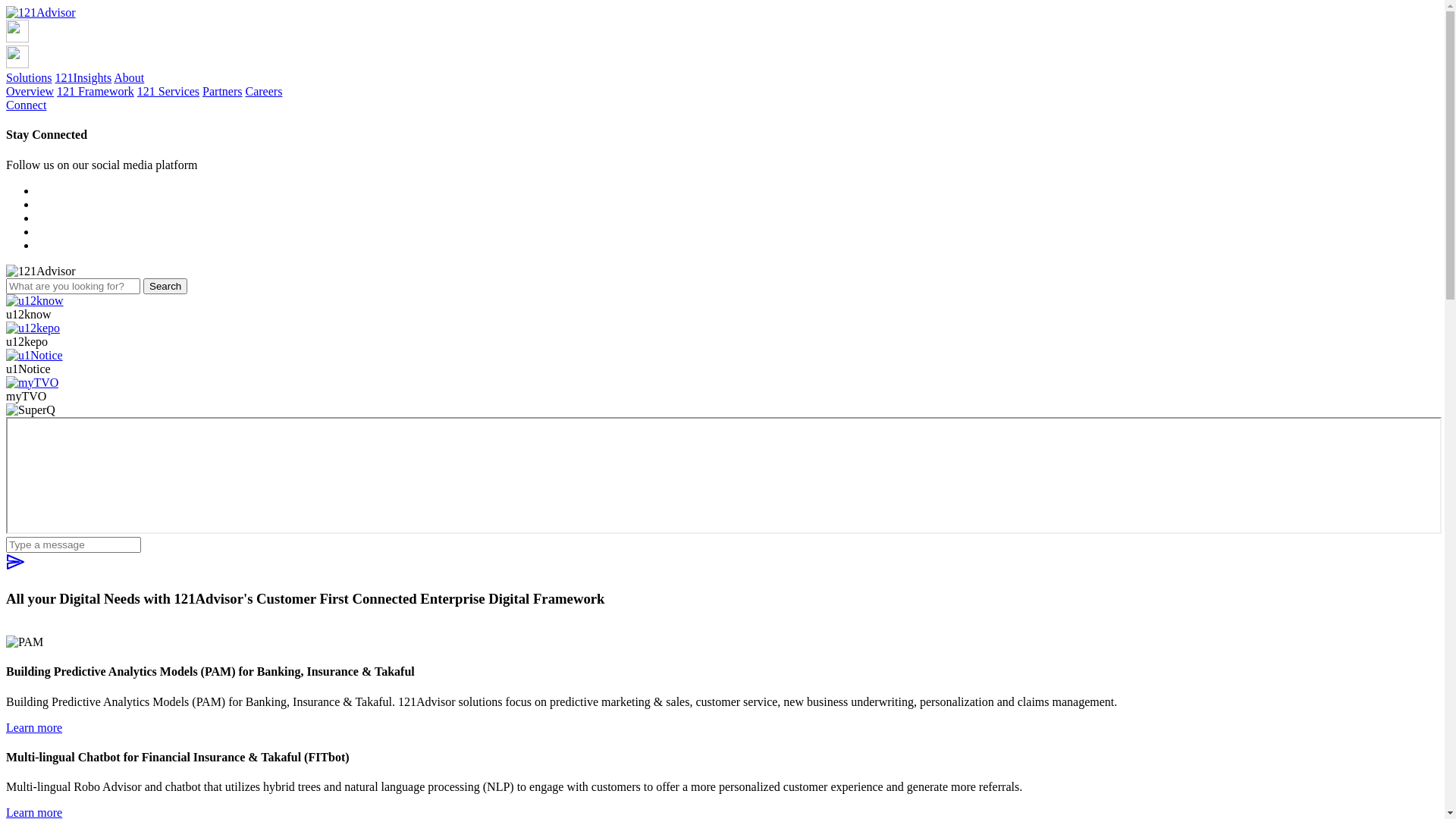 This screenshot has width=1456, height=819. What do you see at coordinates (128, 77) in the screenshot?
I see `'About'` at bounding box center [128, 77].